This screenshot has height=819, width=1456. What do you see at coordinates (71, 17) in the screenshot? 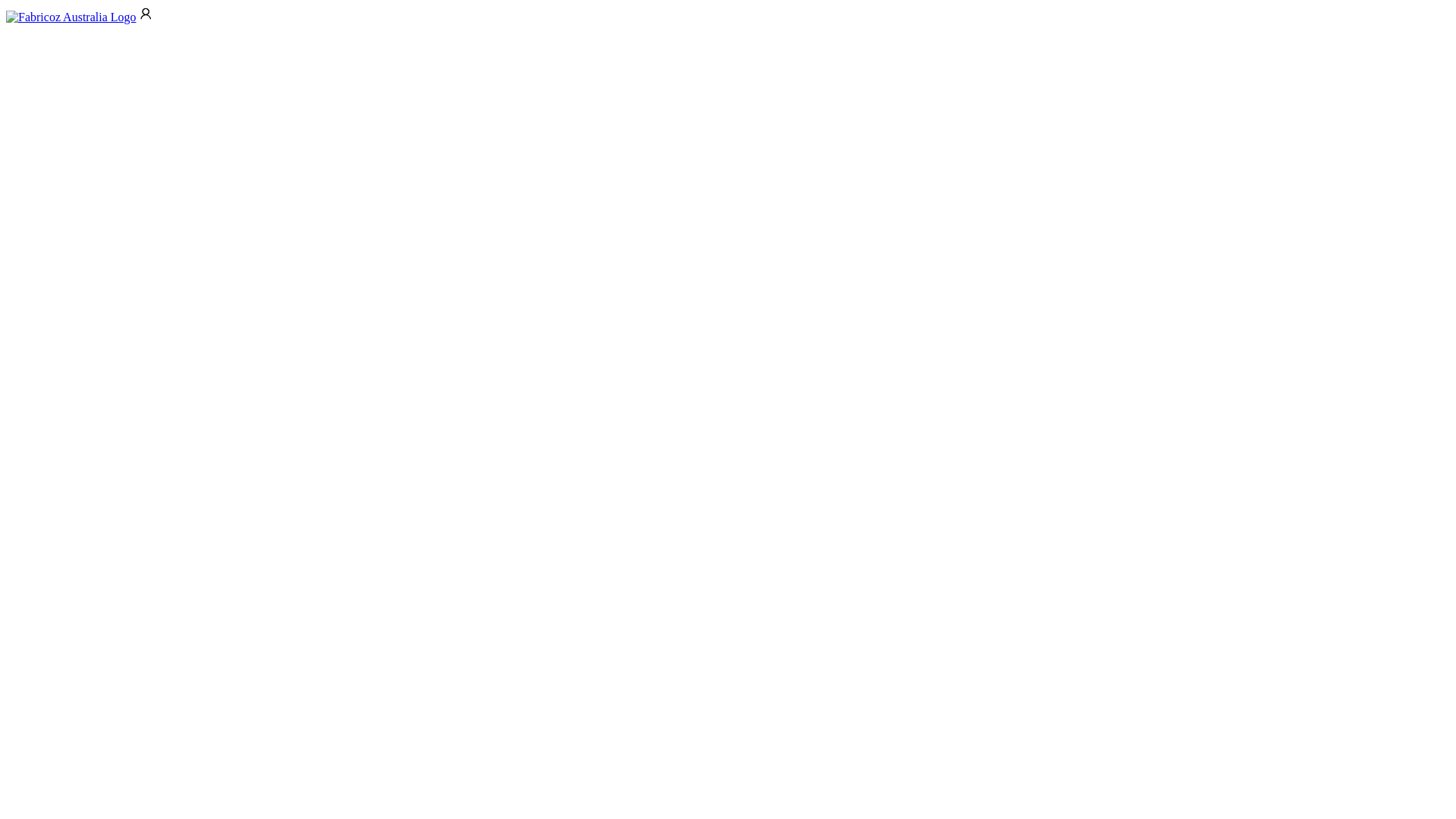
I see `'Fabricoz Australia'` at bounding box center [71, 17].